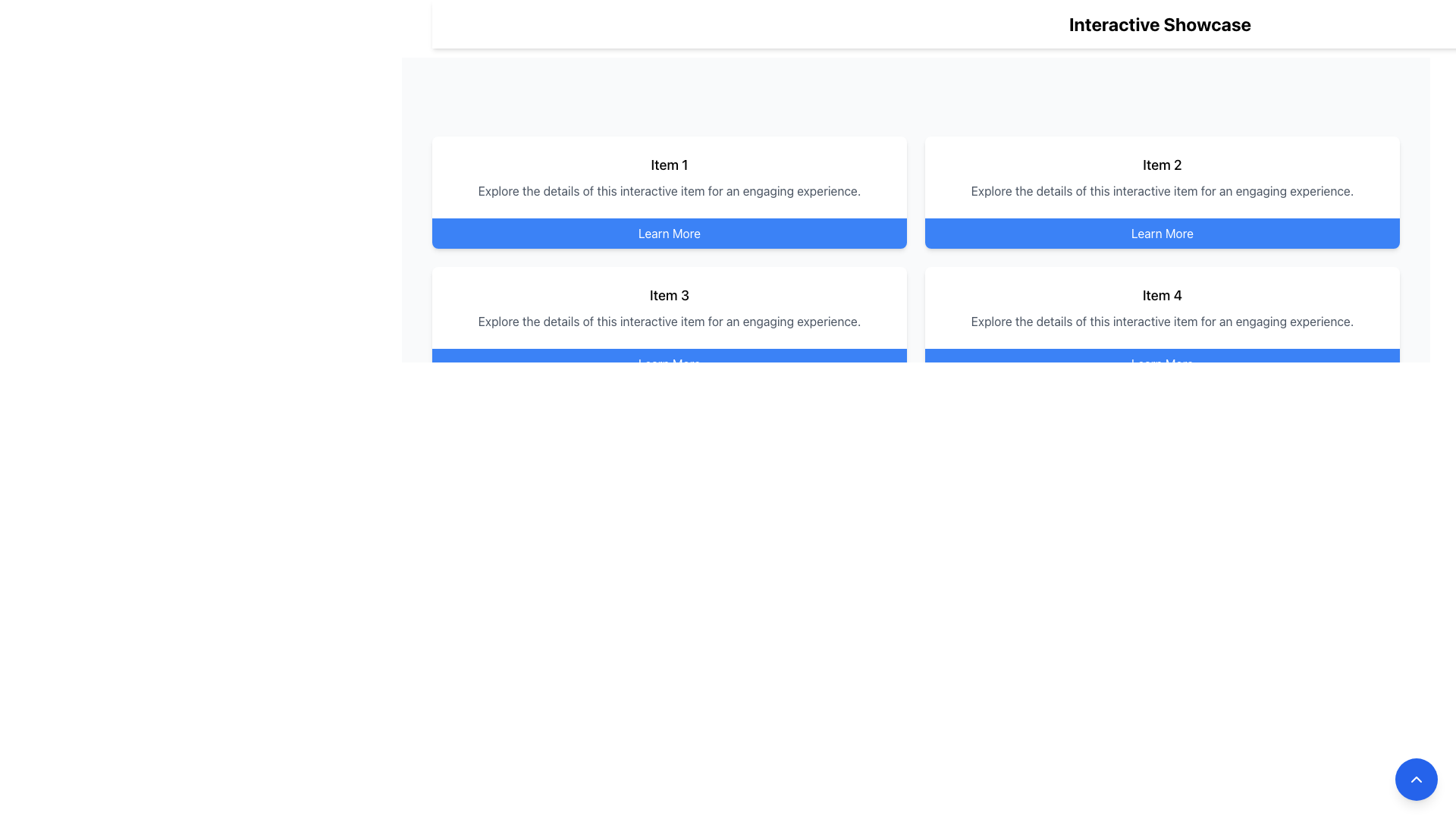  Describe the element at coordinates (1161, 192) in the screenshot. I see `the card labeled 'Item 2' in the grid layout of the 'Interactive Showcase' section` at that location.